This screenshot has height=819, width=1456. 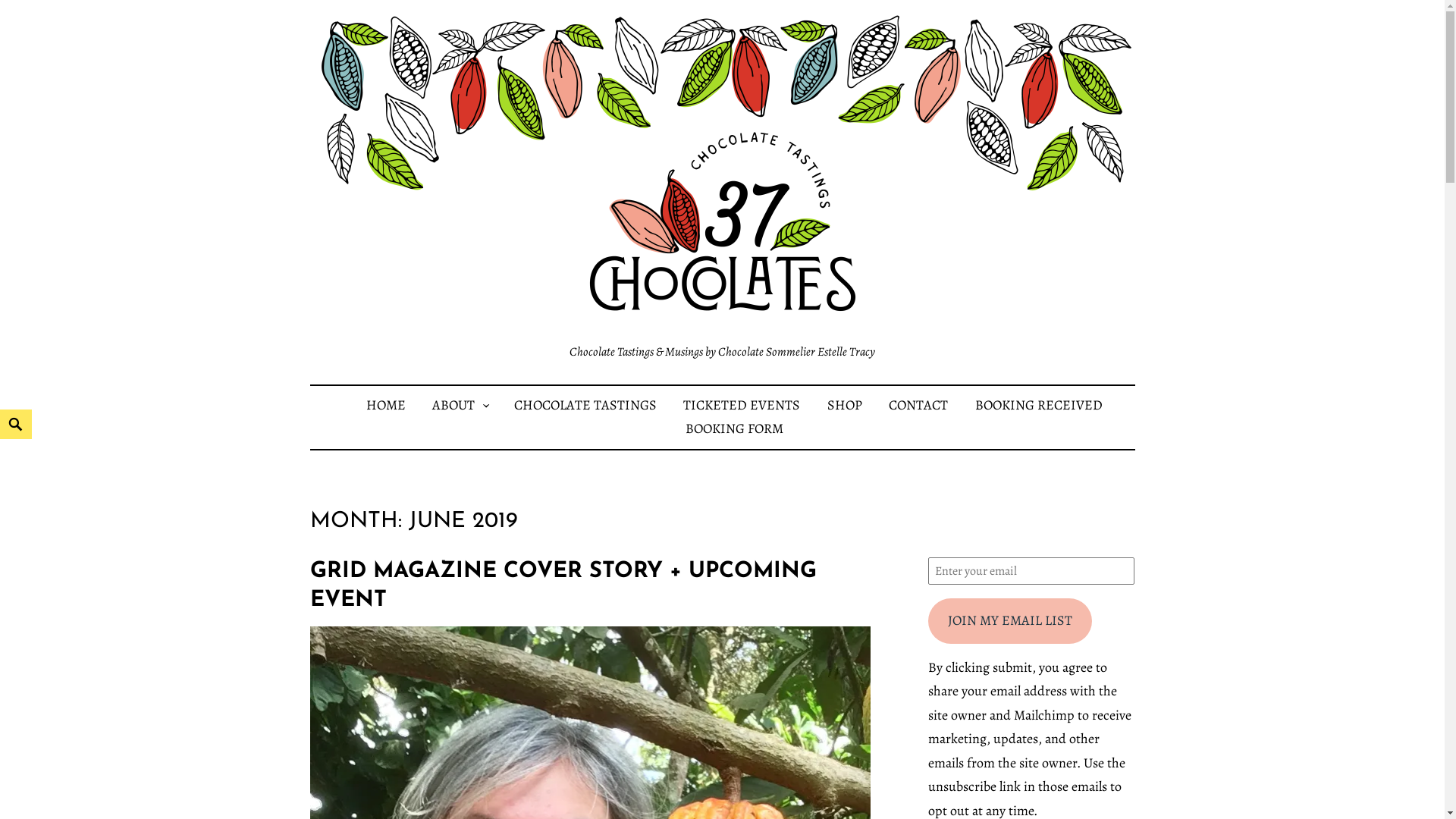 I want to click on 'JOIN MY EMAIL LIST', so click(x=1009, y=620).